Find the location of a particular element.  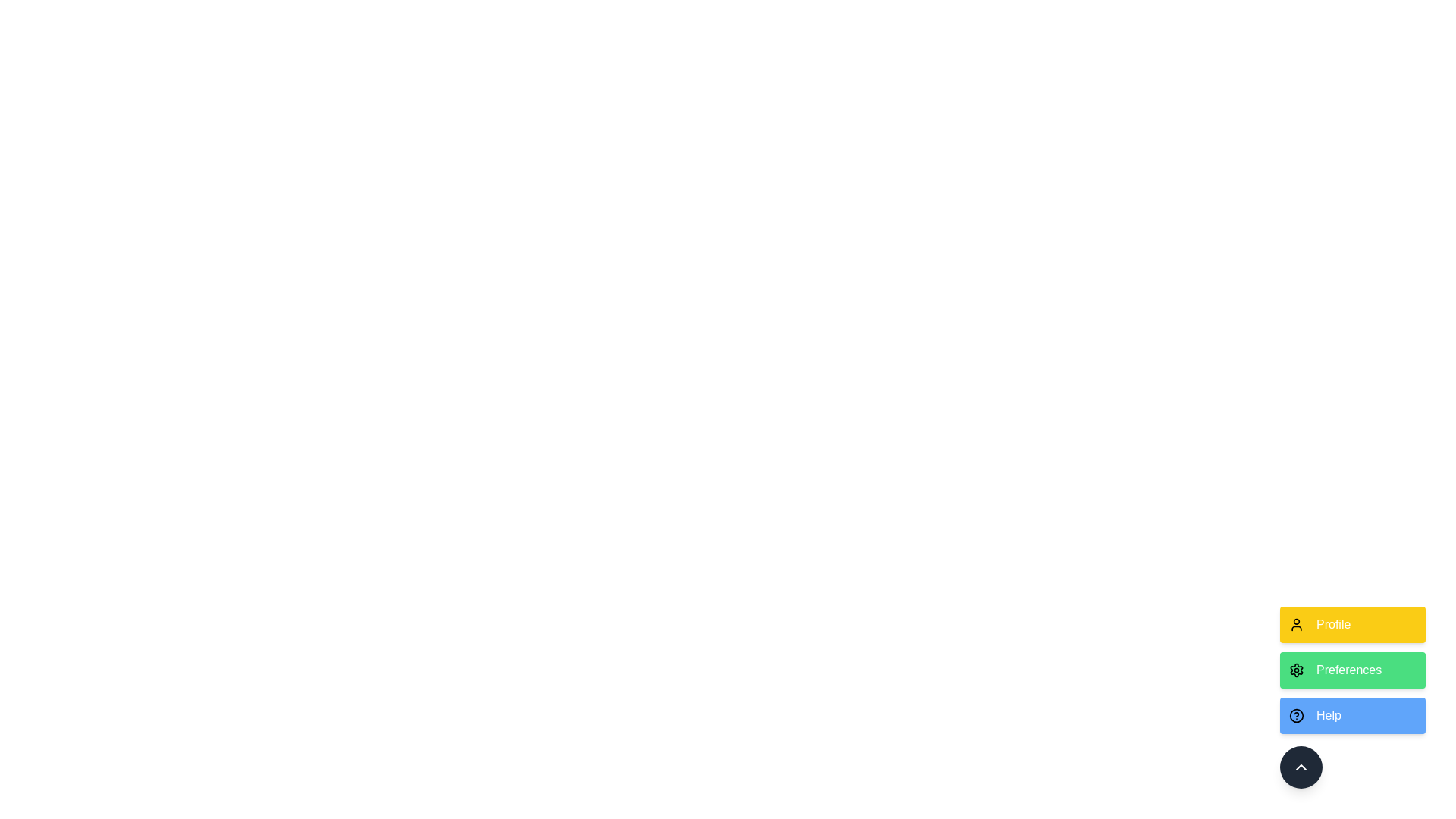

the action labeled Profile to observe the hover effect is located at coordinates (1353, 625).